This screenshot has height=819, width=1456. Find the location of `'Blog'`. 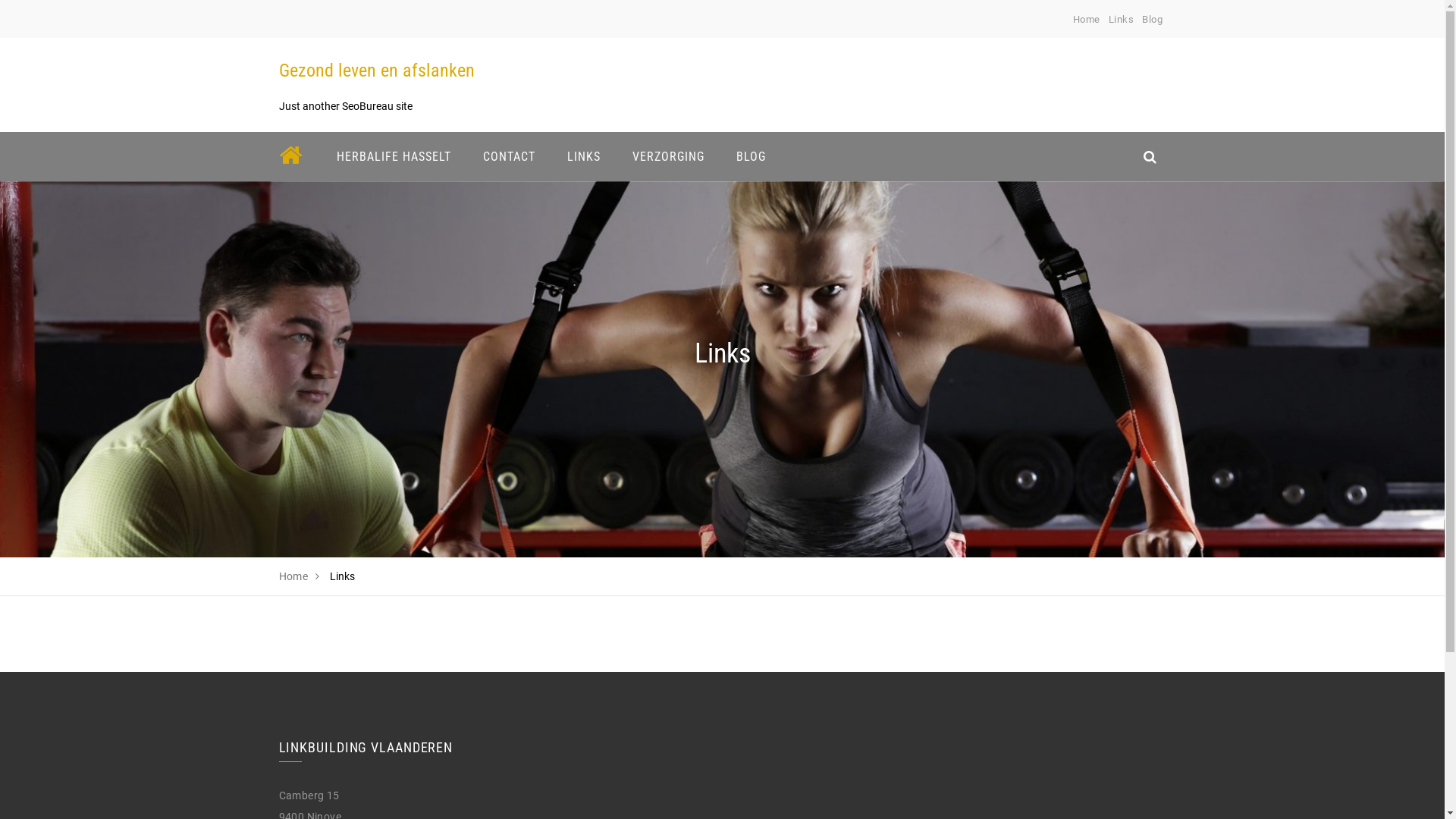

'Blog' is located at coordinates (1152, 19).